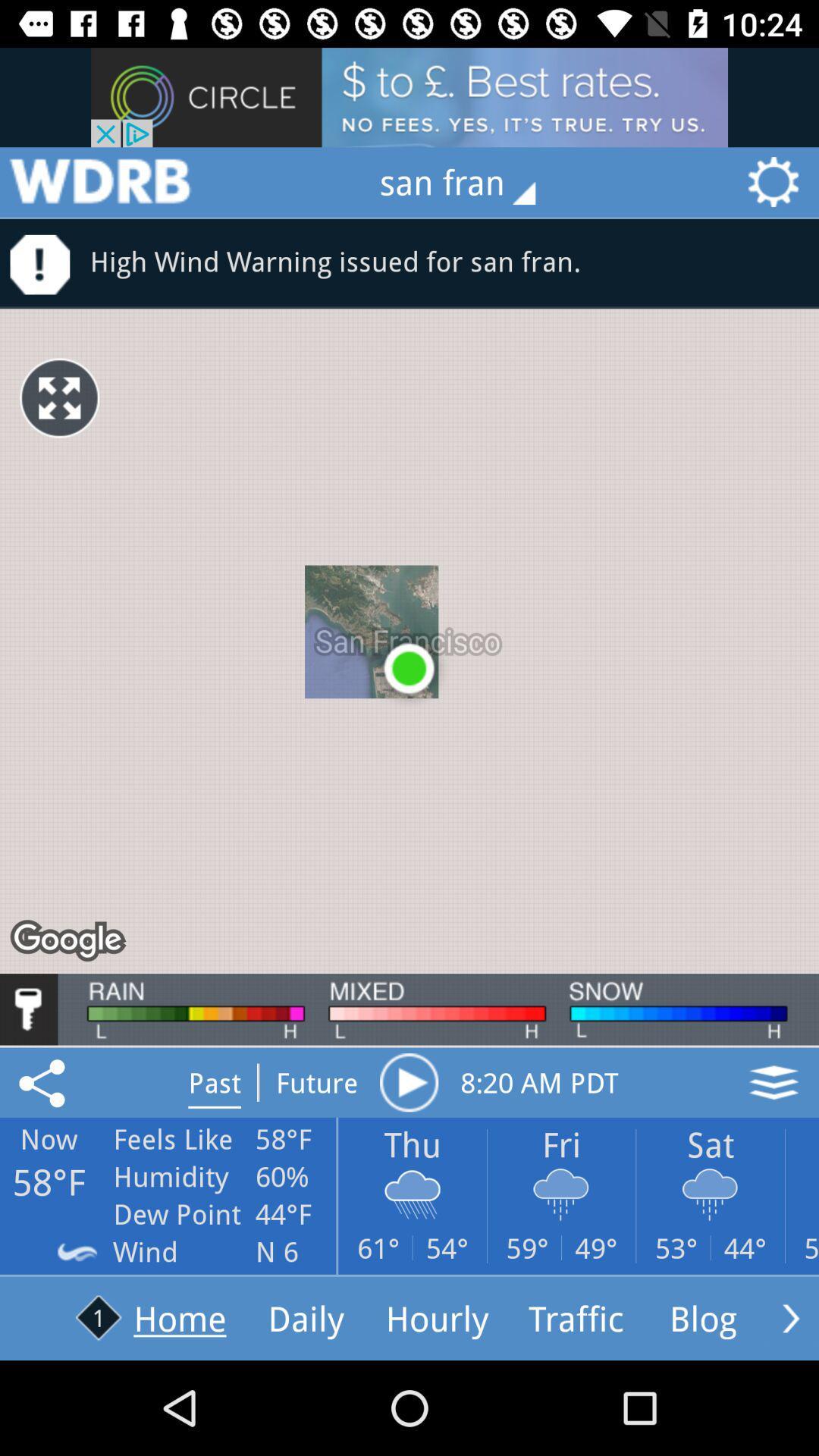  What do you see at coordinates (44, 1081) in the screenshot?
I see `the share icon` at bounding box center [44, 1081].